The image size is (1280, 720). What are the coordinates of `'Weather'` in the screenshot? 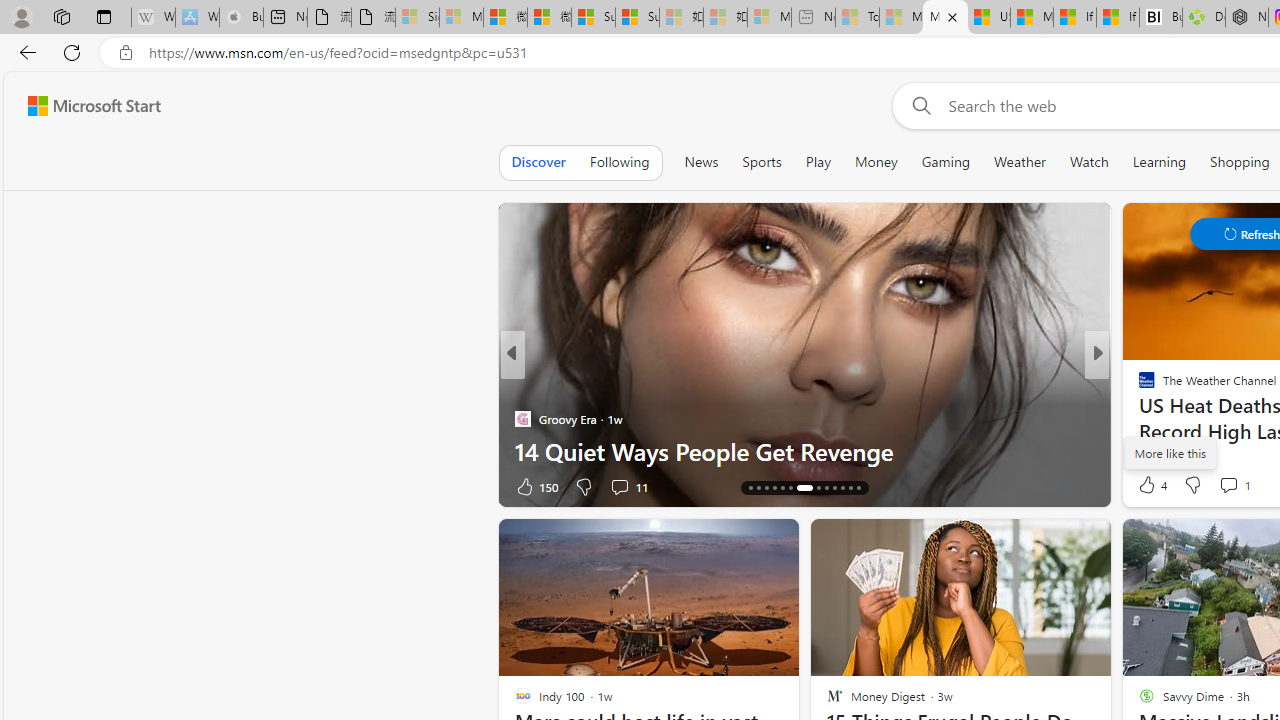 It's located at (1020, 161).